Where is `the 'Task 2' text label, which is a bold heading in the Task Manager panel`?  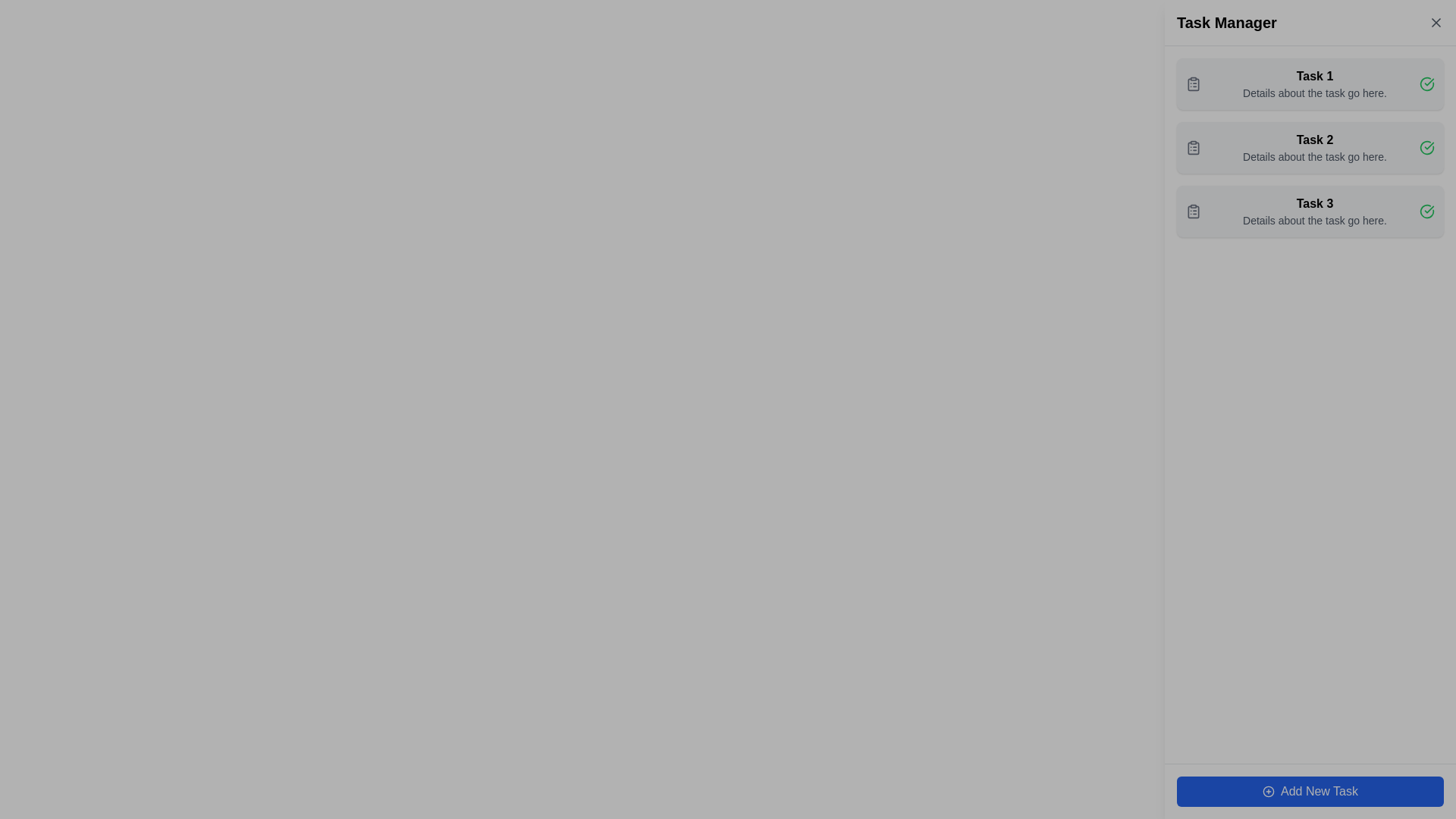 the 'Task 2' text label, which is a bold heading in the Task Manager panel is located at coordinates (1313, 140).